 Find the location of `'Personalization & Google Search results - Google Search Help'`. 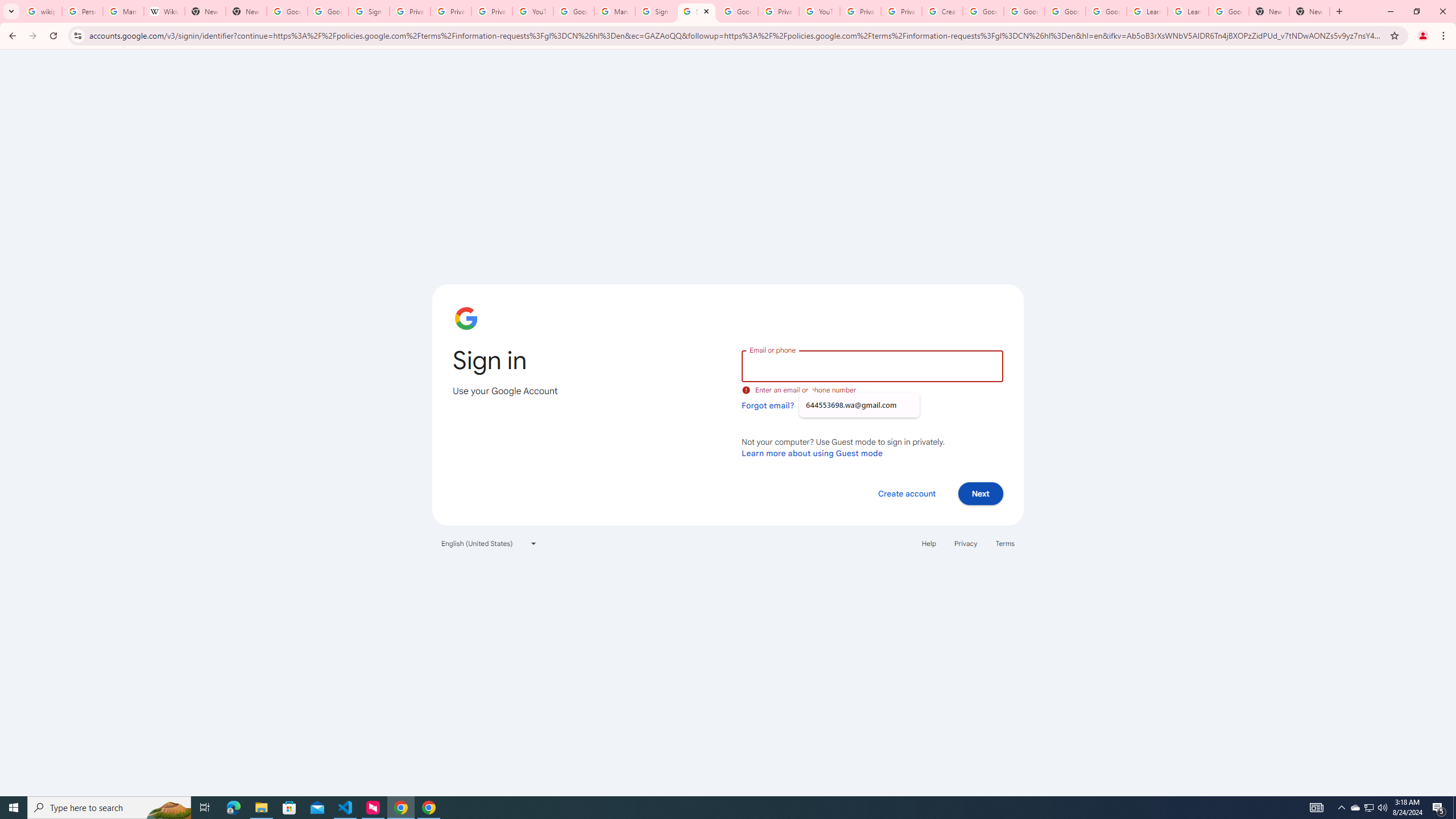

'Personalization & Google Search results - Google Search Help' is located at coordinates (81, 11).